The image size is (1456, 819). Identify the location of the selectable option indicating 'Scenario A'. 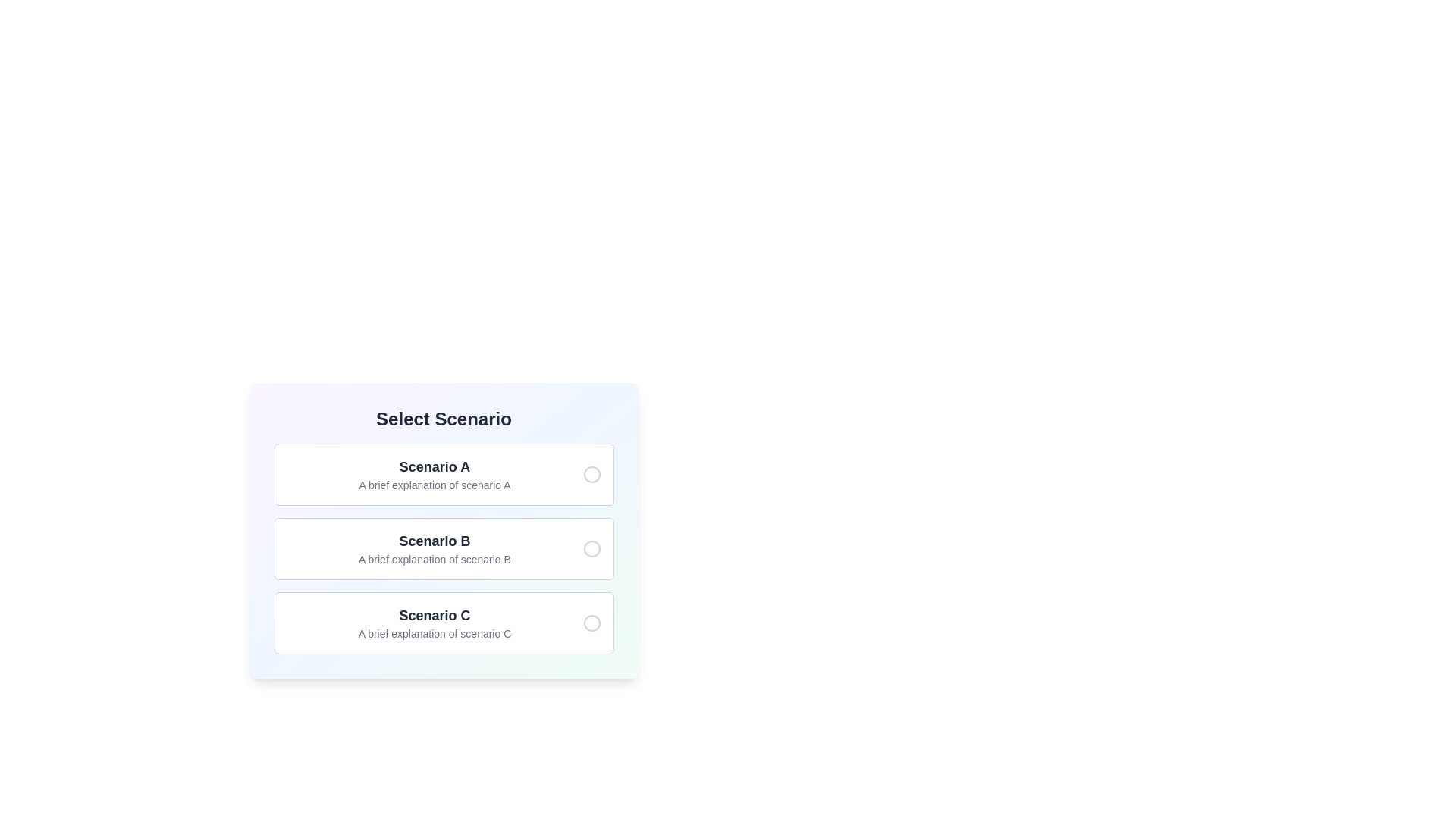
(443, 473).